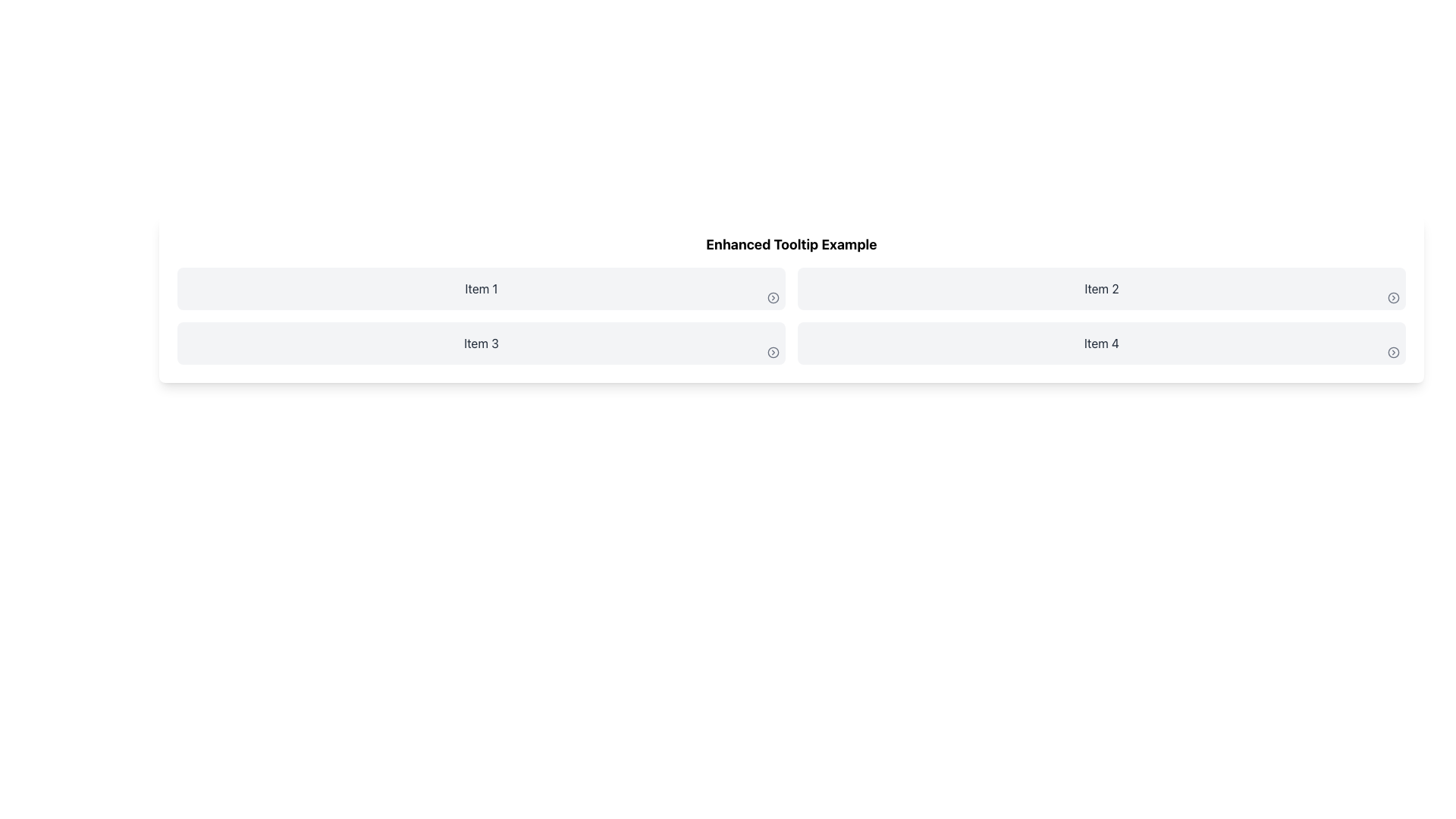 The width and height of the screenshot is (1456, 819). What do you see at coordinates (1394, 353) in the screenshot?
I see `the small circular graphic element within the SVG component of 'Item 4', which is positioned slightly overlapping with an adjacent arrowhead shape` at bounding box center [1394, 353].